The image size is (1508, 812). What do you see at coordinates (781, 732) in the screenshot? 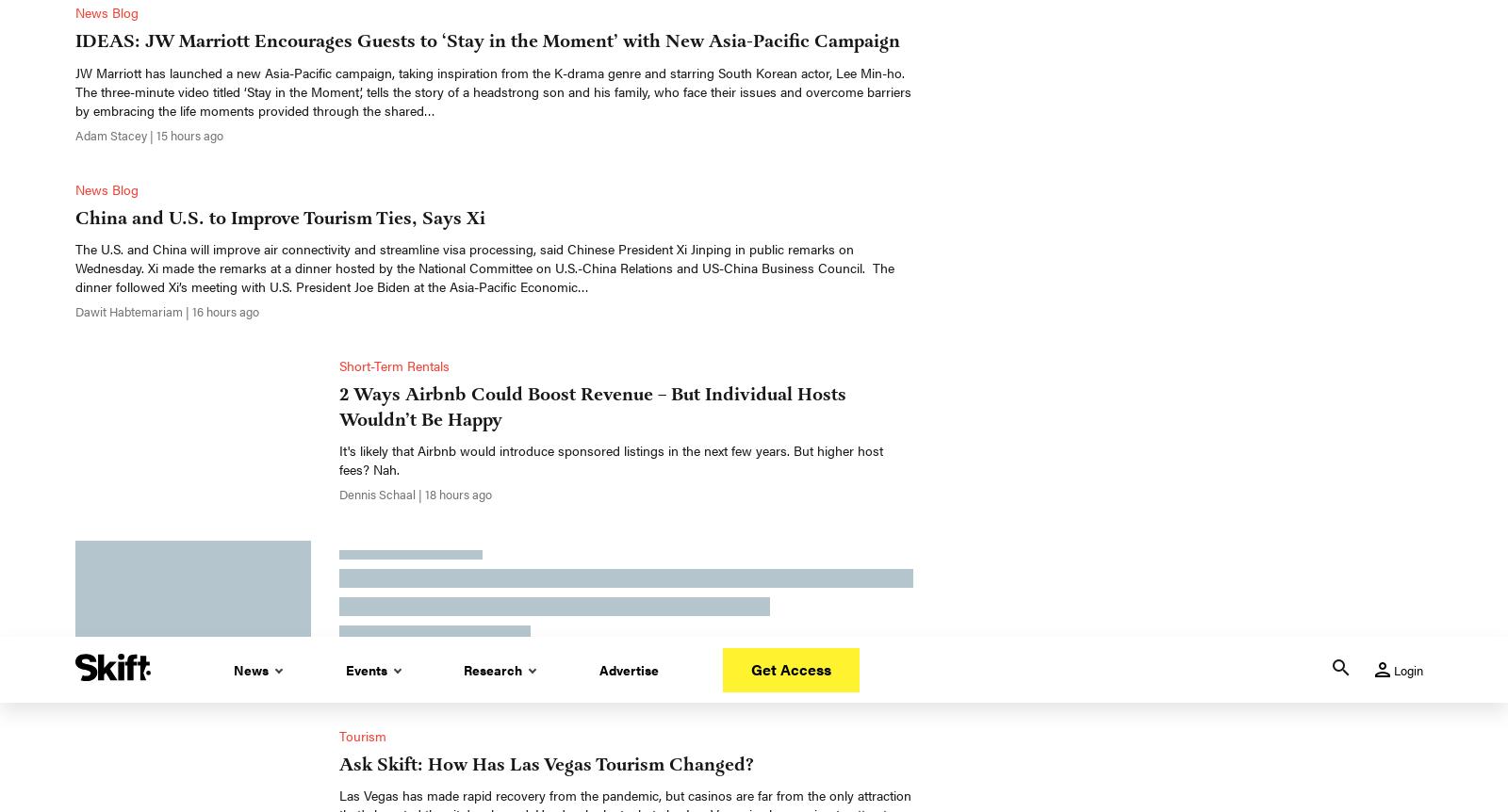
I see `'Facebook'` at bounding box center [781, 732].